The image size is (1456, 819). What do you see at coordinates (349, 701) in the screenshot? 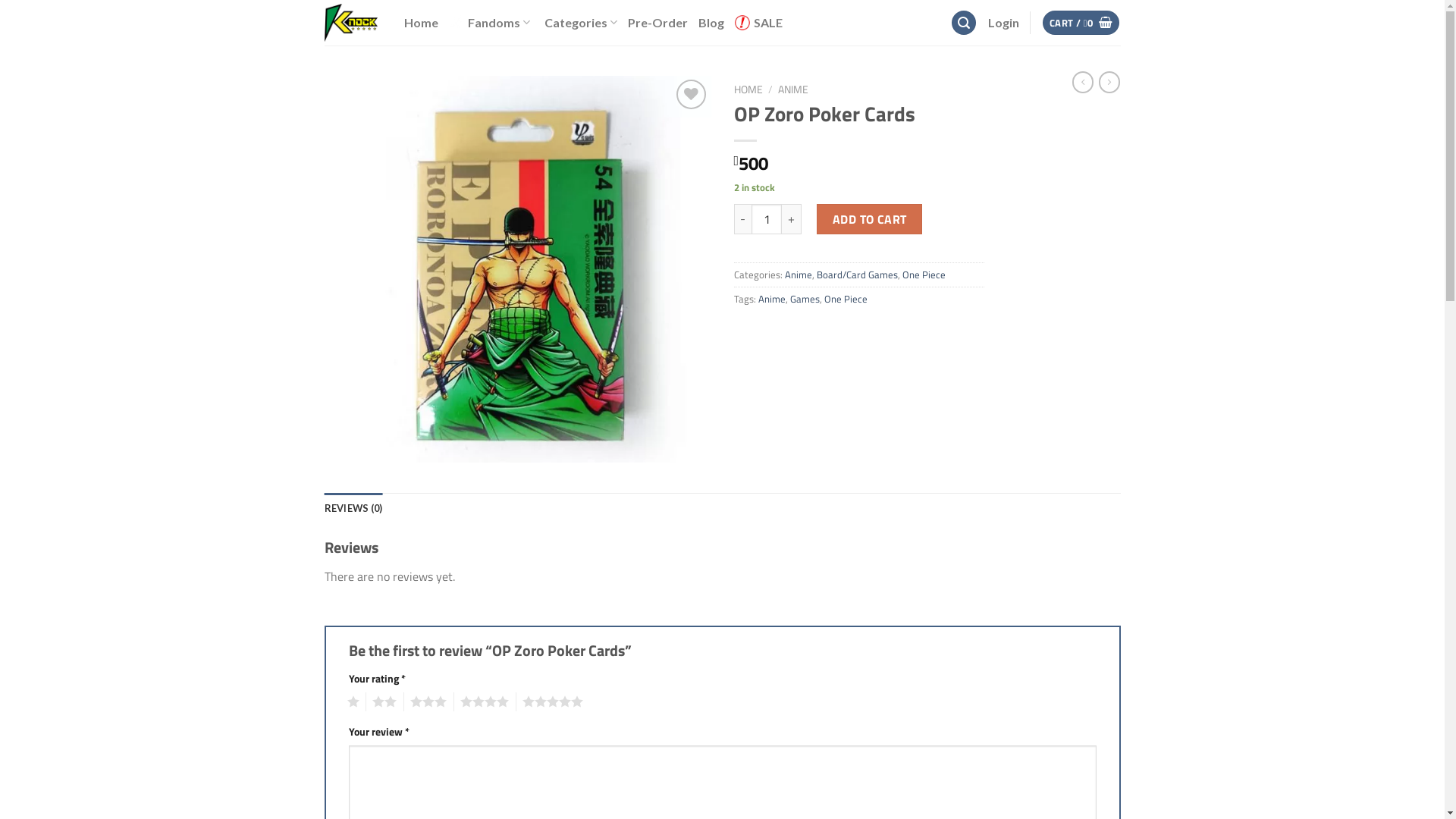
I see `'1'` at bounding box center [349, 701].